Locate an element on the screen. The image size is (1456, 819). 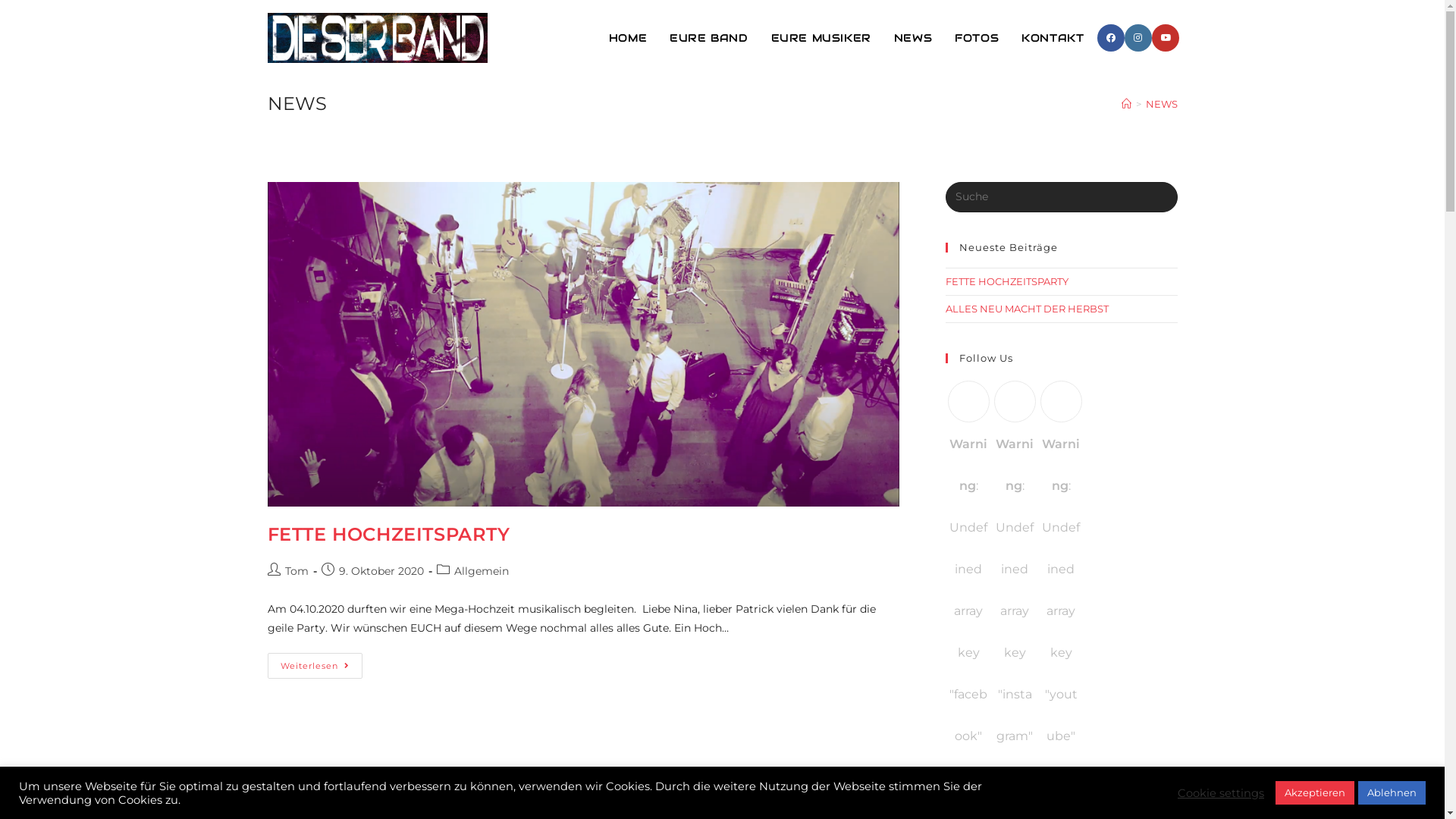
'Cookie settings' is located at coordinates (1220, 792).